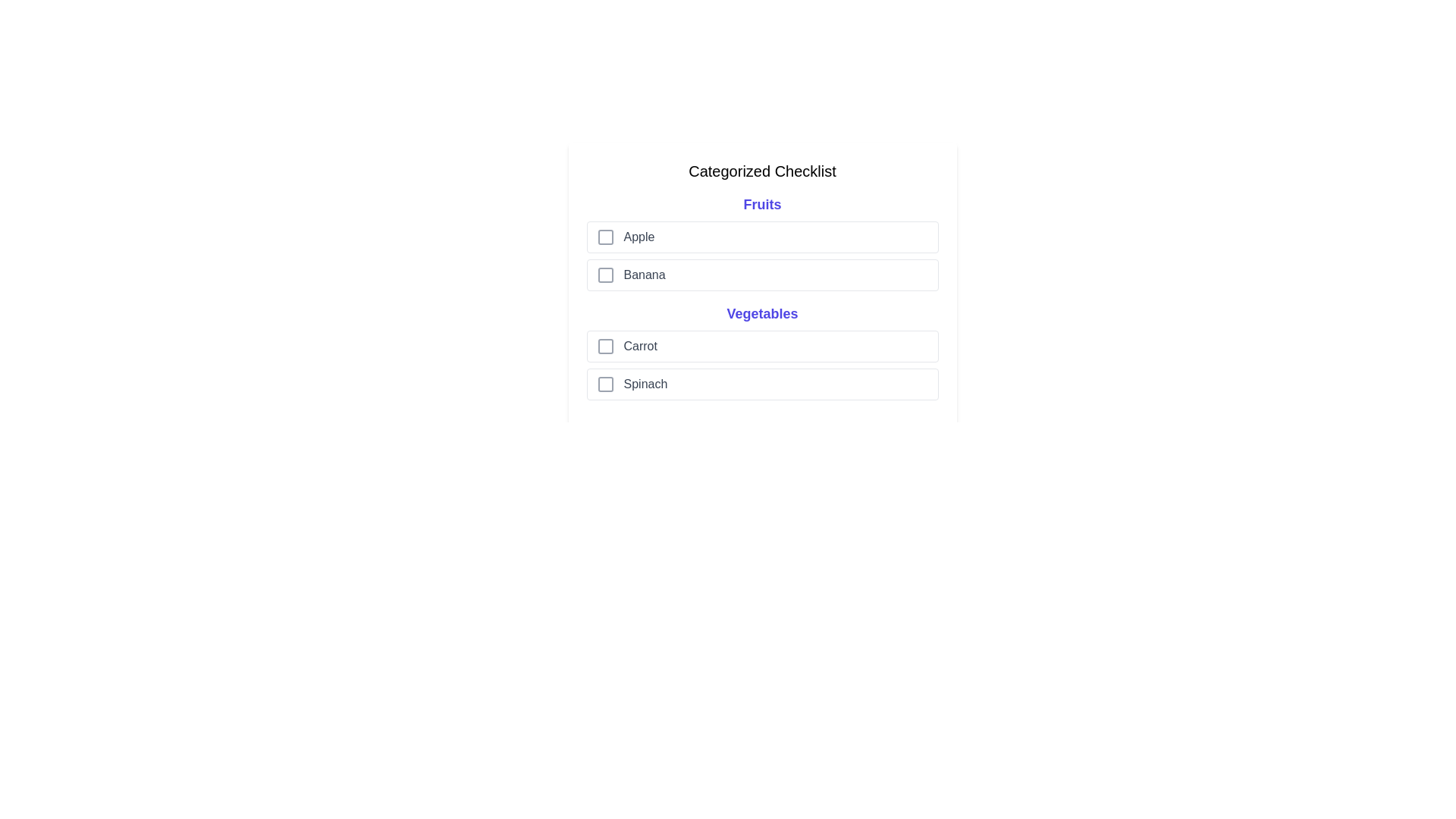  Describe the element at coordinates (762, 171) in the screenshot. I see `the descriptive heading text label located at the top of the card-like structure, which introduces the grouped checklist below it` at that location.